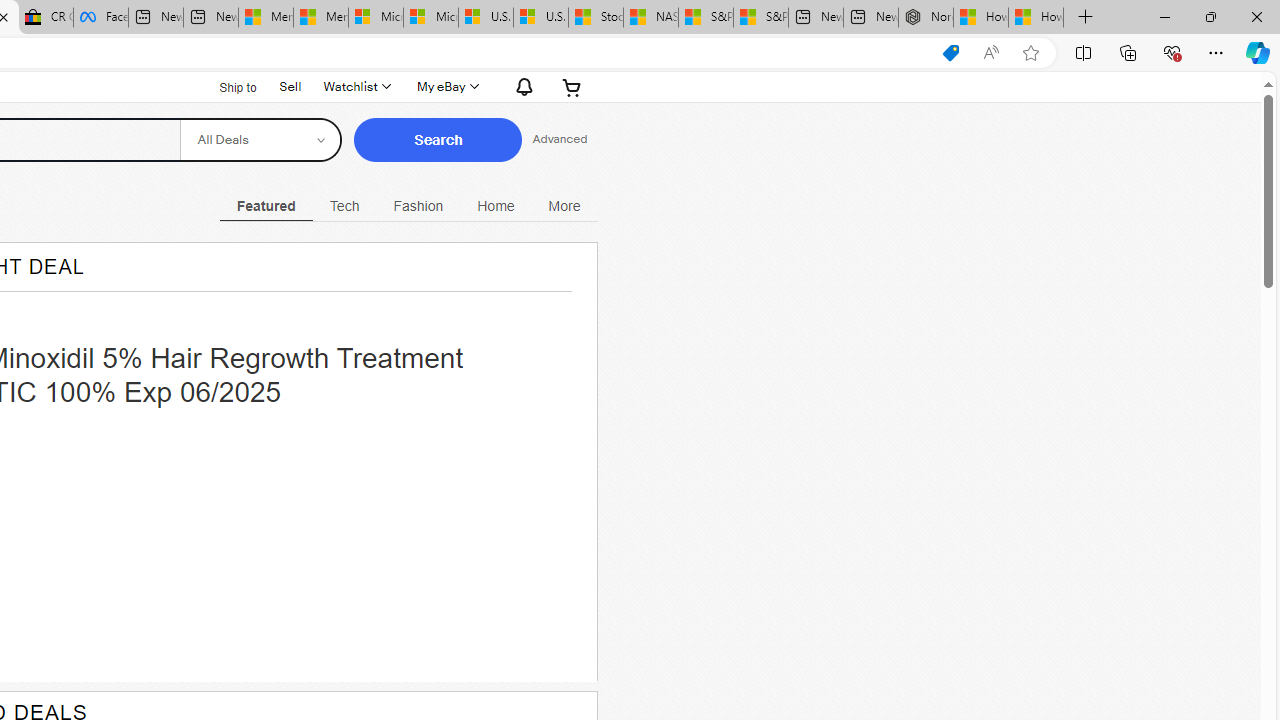 This screenshot has width=1280, height=720. Describe the element at coordinates (225, 85) in the screenshot. I see `'Ship to'` at that location.